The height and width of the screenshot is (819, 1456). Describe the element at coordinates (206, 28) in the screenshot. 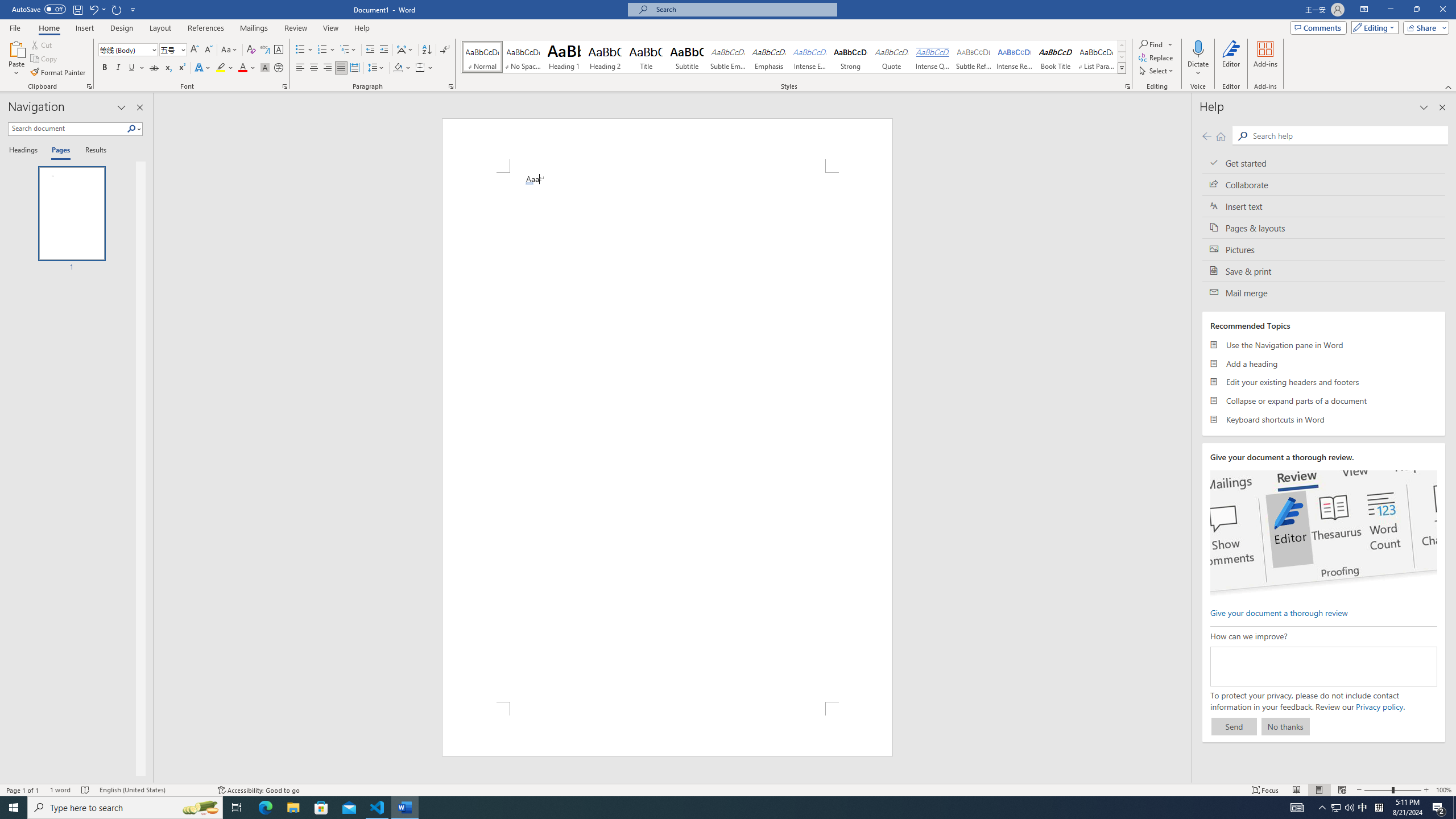

I see `'References'` at that location.